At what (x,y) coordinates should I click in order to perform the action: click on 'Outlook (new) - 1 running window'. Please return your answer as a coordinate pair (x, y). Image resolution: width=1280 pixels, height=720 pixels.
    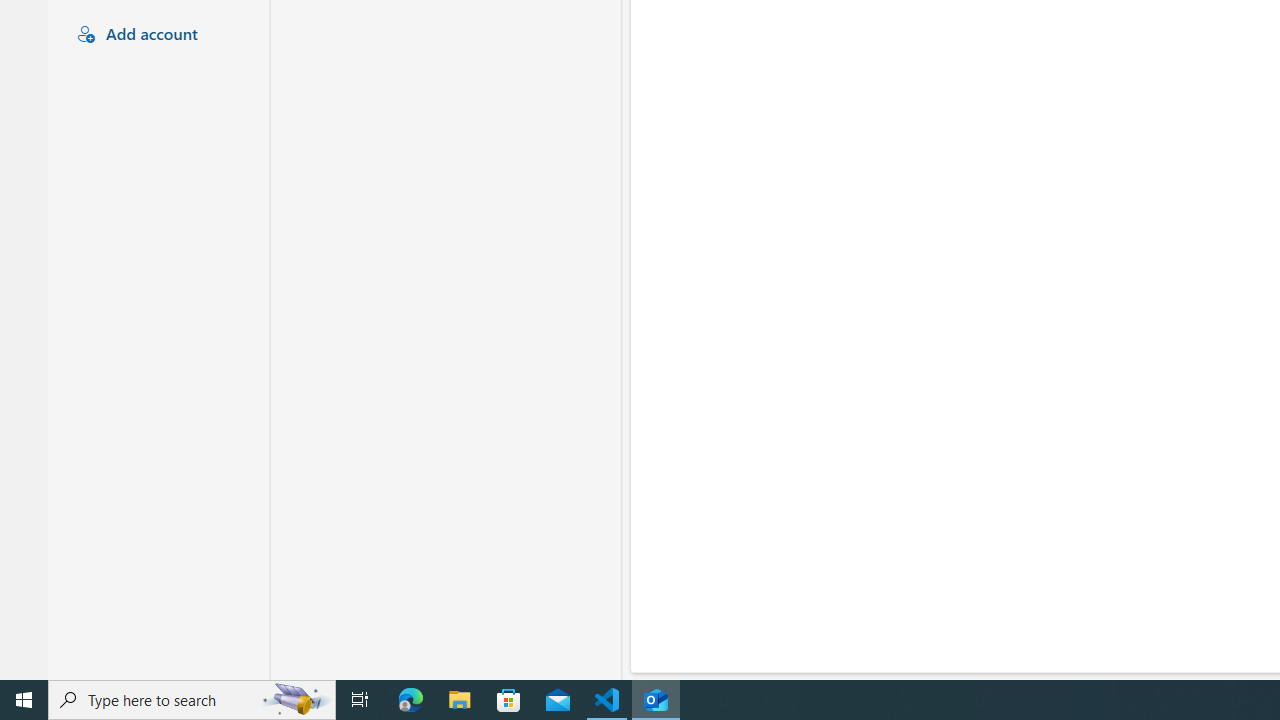
    Looking at the image, I should click on (656, 698).